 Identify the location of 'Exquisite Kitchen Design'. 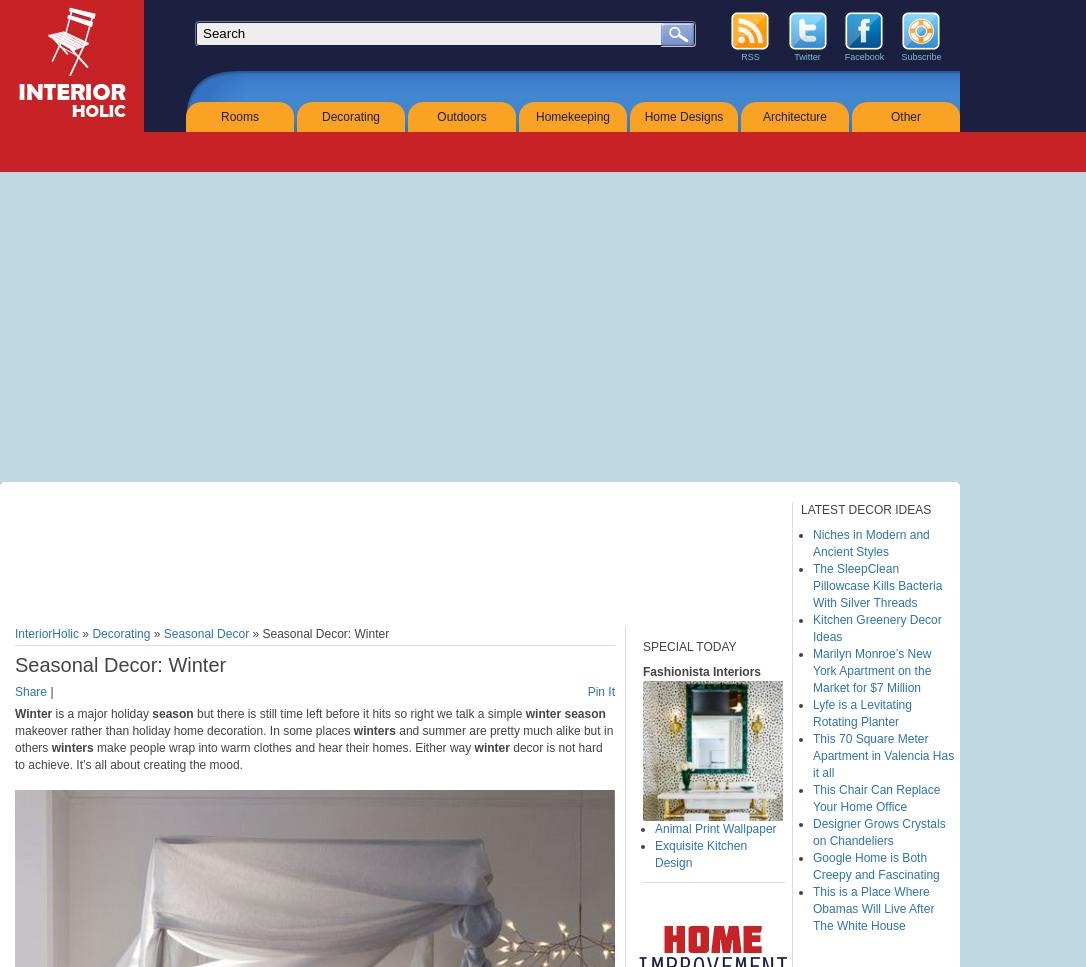
(653, 854).